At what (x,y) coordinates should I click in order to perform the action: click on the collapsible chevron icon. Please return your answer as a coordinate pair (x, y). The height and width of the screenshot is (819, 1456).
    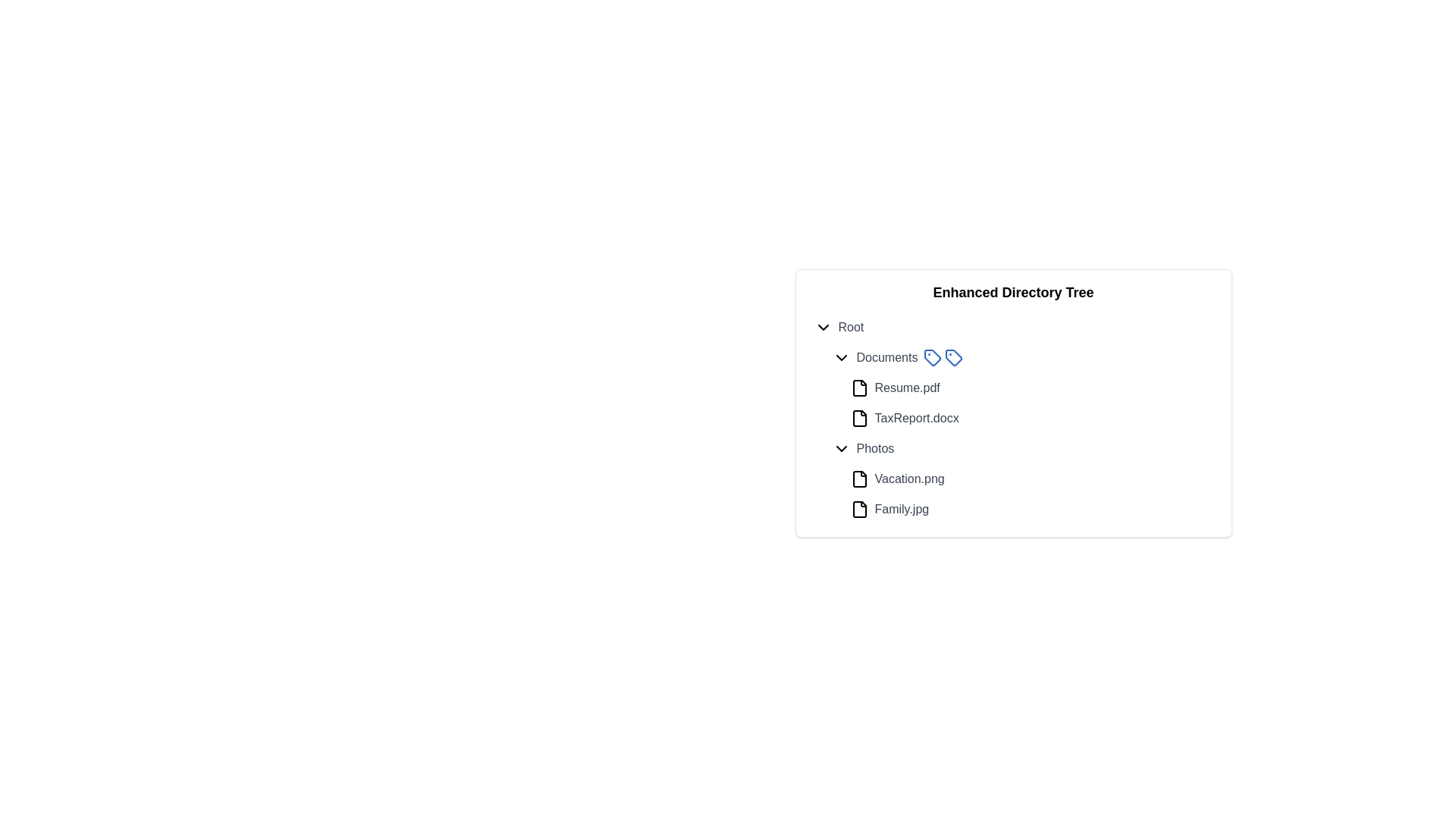
    Looking at the image, I should click on (840, 357).